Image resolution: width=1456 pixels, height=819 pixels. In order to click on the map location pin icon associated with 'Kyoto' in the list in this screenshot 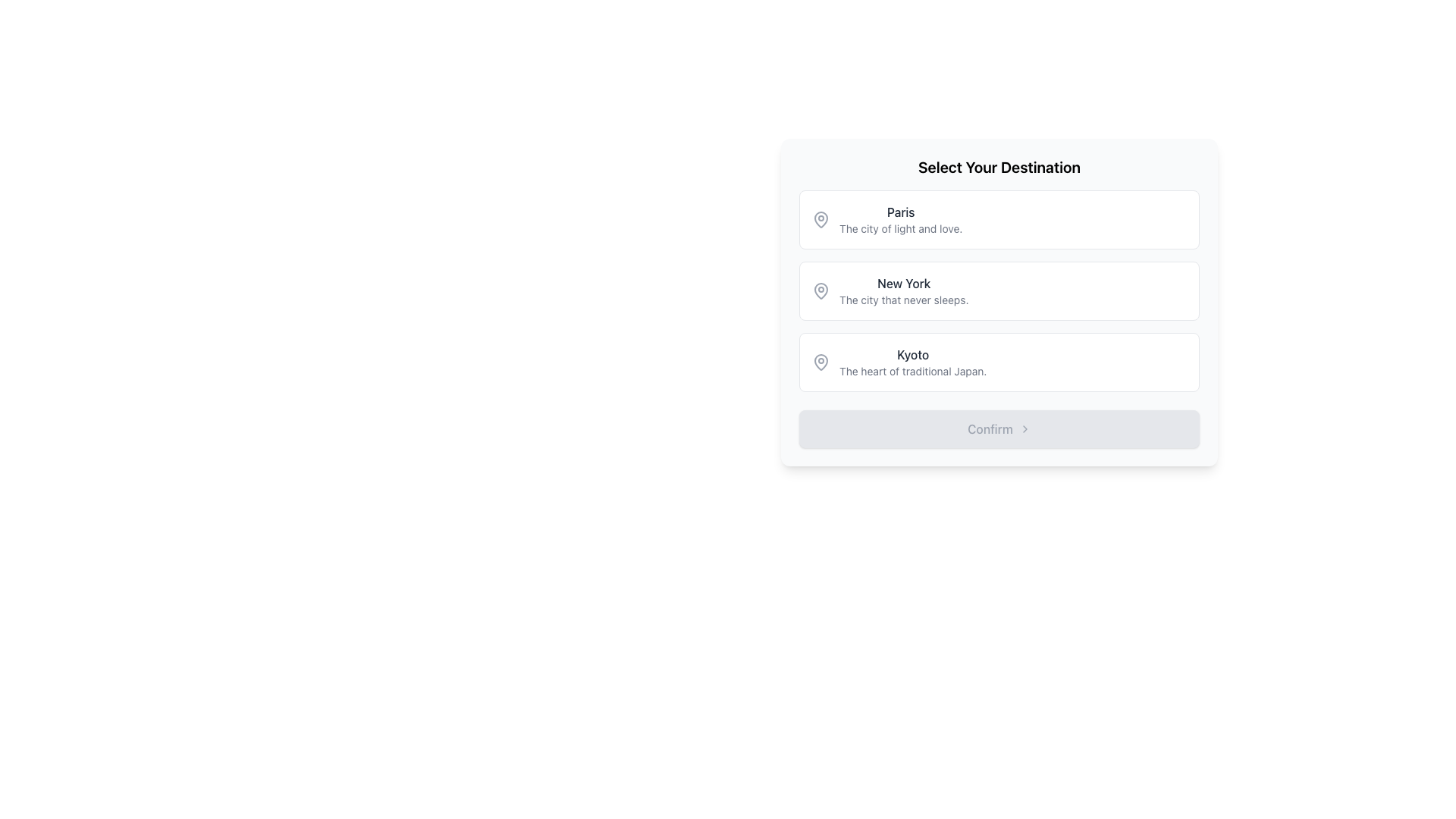, I will do `click(821, 362)`.